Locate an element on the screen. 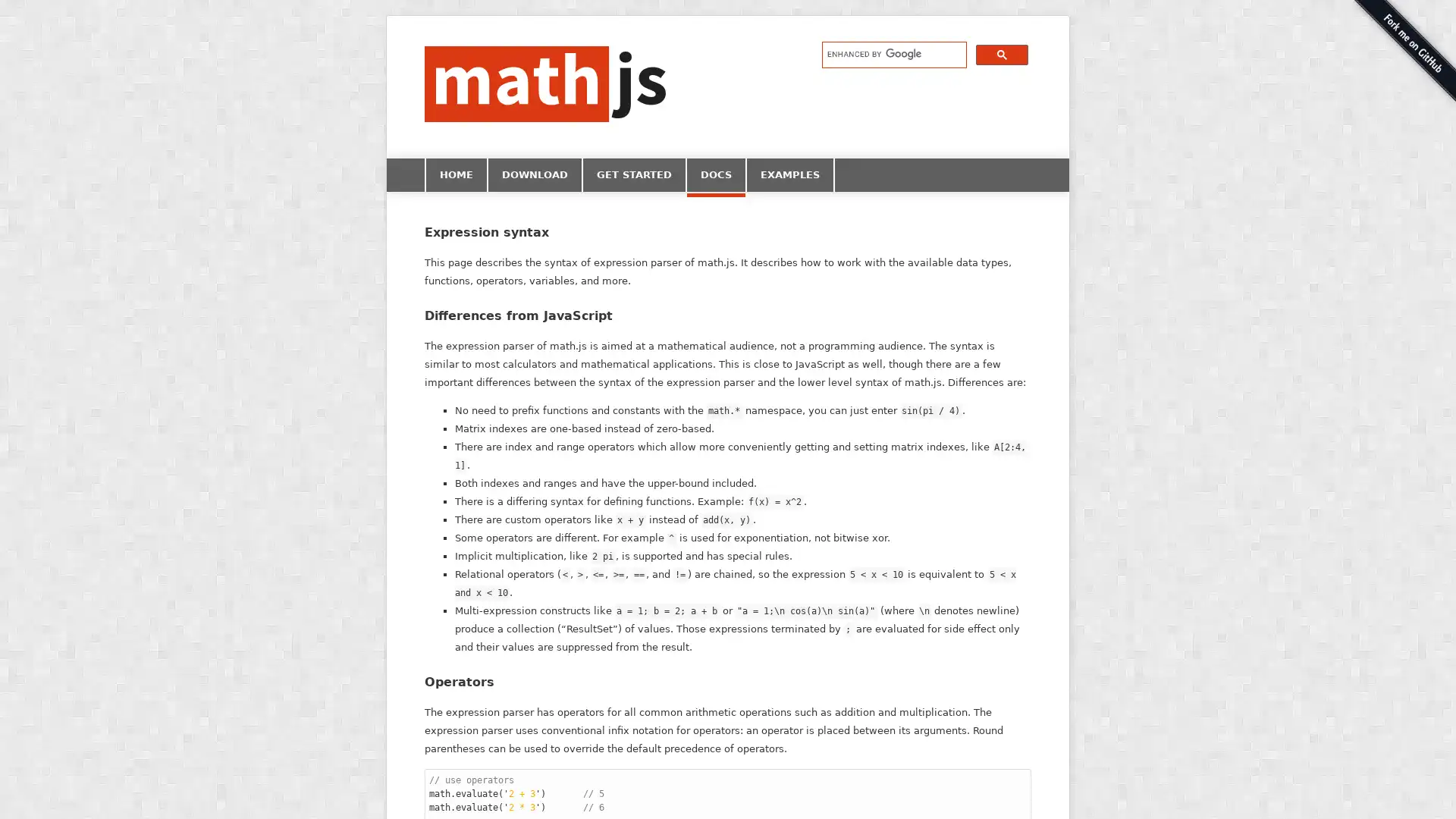 The width and height of the screenshot is (1456, 819). search is located at coordinates (1002, 53).